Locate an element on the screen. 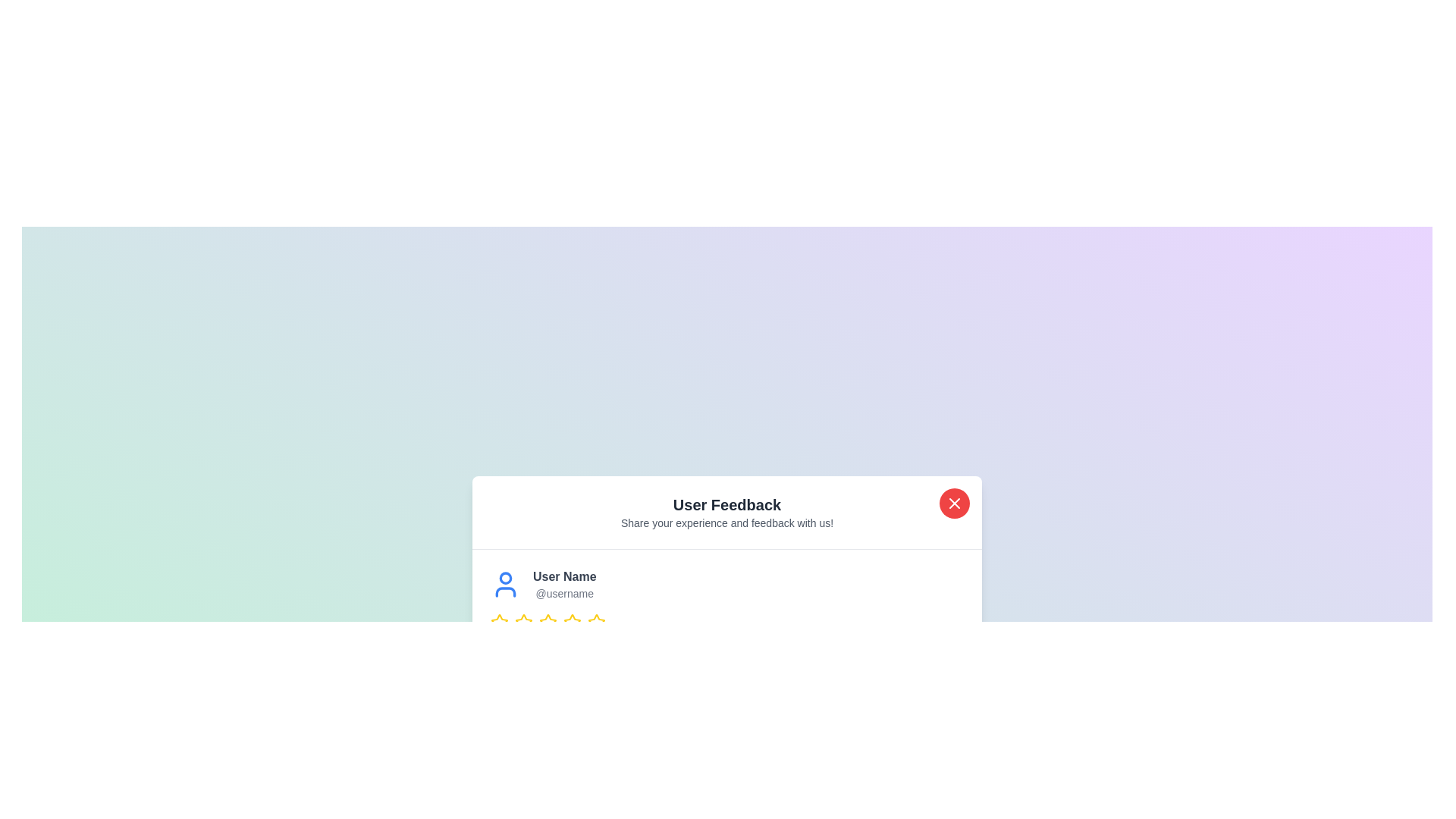 The height and width of the screenshot is (819, 1456). the eighth star in the rating scale is located at coordinates (596, 622).